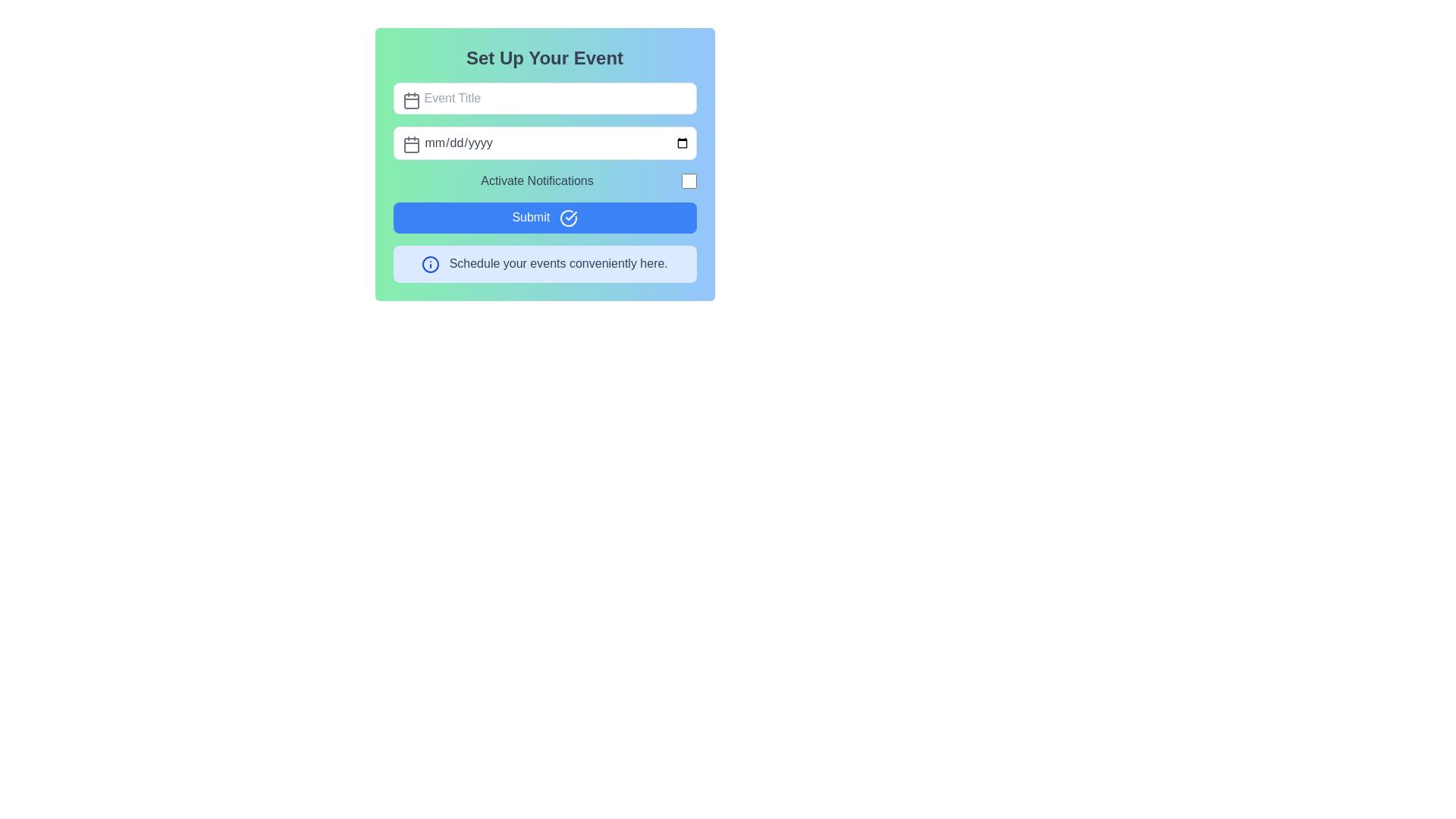 The height and width of the screenshot is (819, 1456). I want to click on the status icon that signifies completion or validation, located within the 'Submit' button, just below the 'Activate Notifications' checkbox, so click(567, 218).